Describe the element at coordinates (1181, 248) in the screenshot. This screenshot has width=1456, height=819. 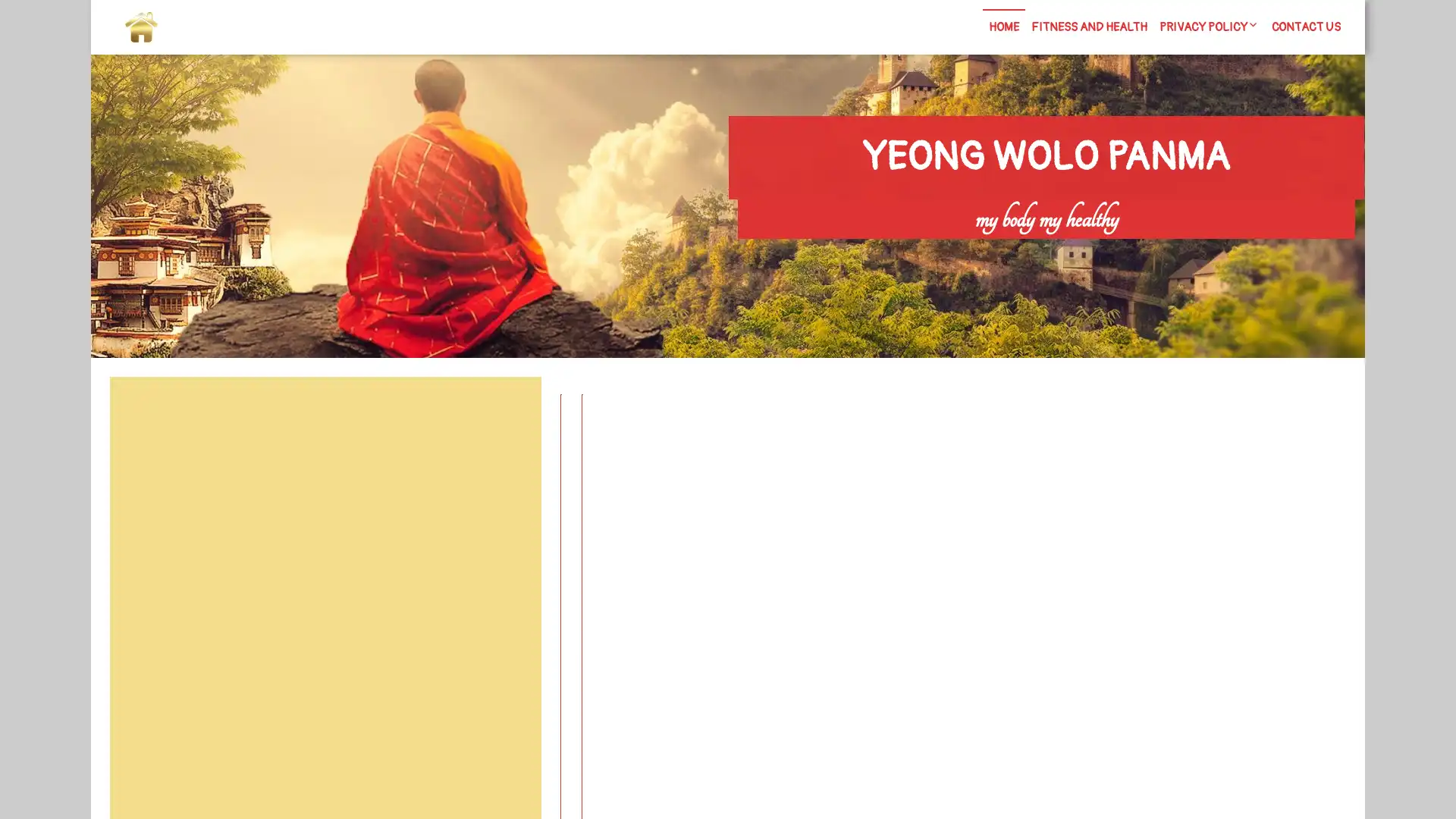
I see `Search` at that location.